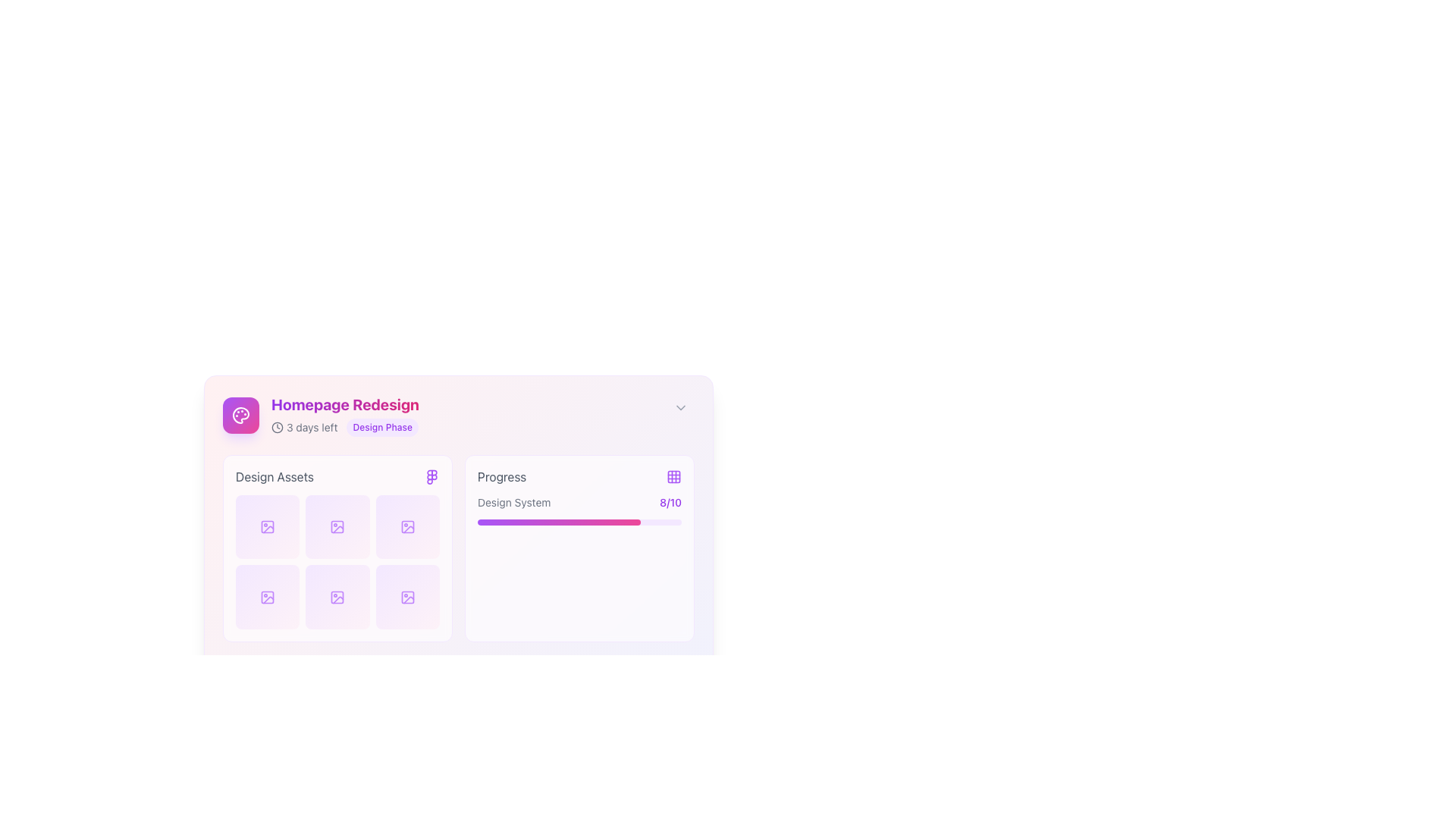  What do you see at coordinates (579, 510) in the screenshot?
I see `progress value displayed in the Composite progress indicator, which shows a numerical score and a graphical progress bar, located in the 'Progress' section of the interface` at bounding box center [579, 510].